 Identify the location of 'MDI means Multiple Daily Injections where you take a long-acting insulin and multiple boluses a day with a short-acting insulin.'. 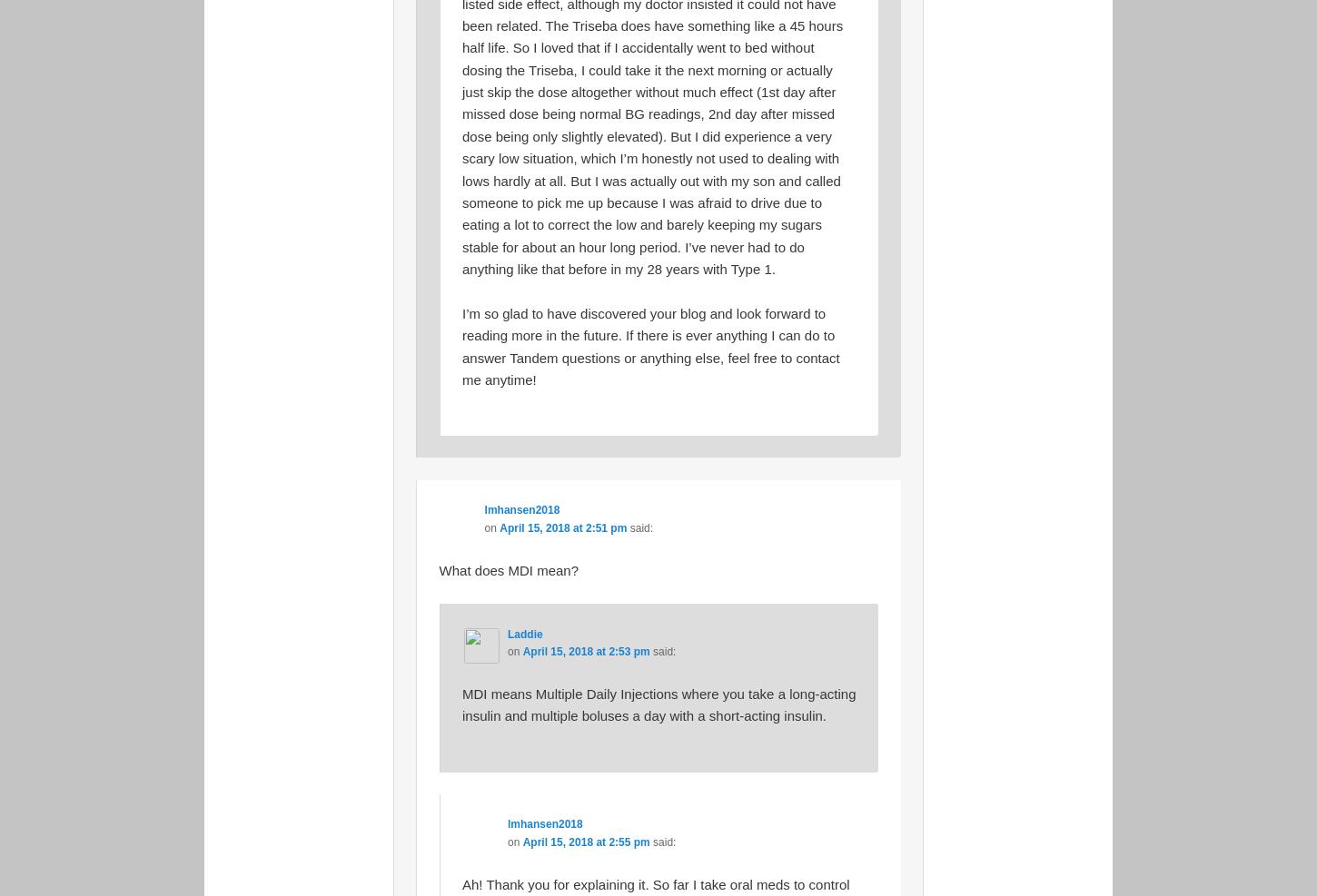
(658, 704).